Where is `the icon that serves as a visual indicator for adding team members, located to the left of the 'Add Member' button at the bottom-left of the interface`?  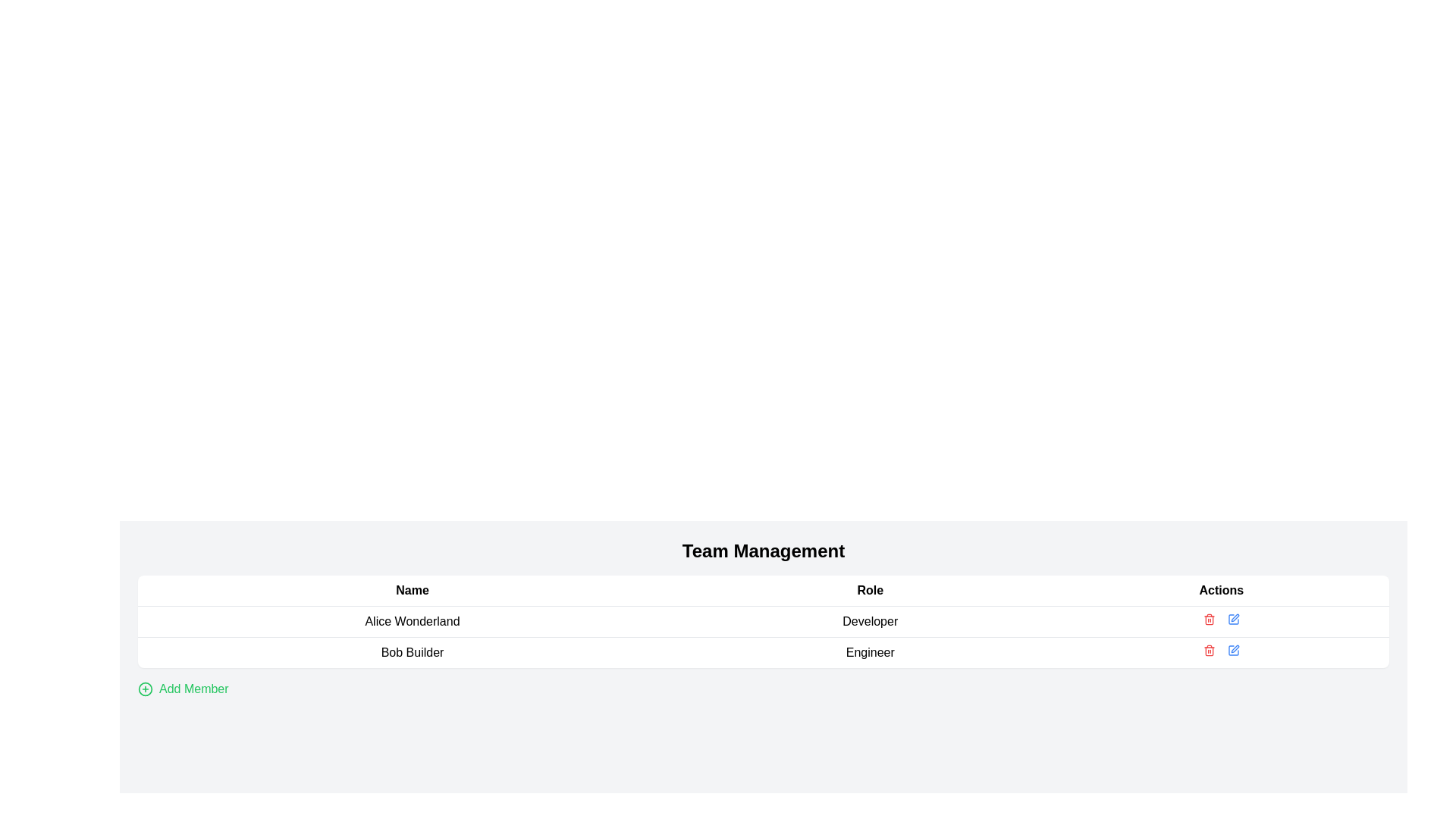
the icon that serves as a visual indicator for adding team members, located to the left of the 'Add Member' button at the bottom-left of the interface is located at coordinates (146, 689).